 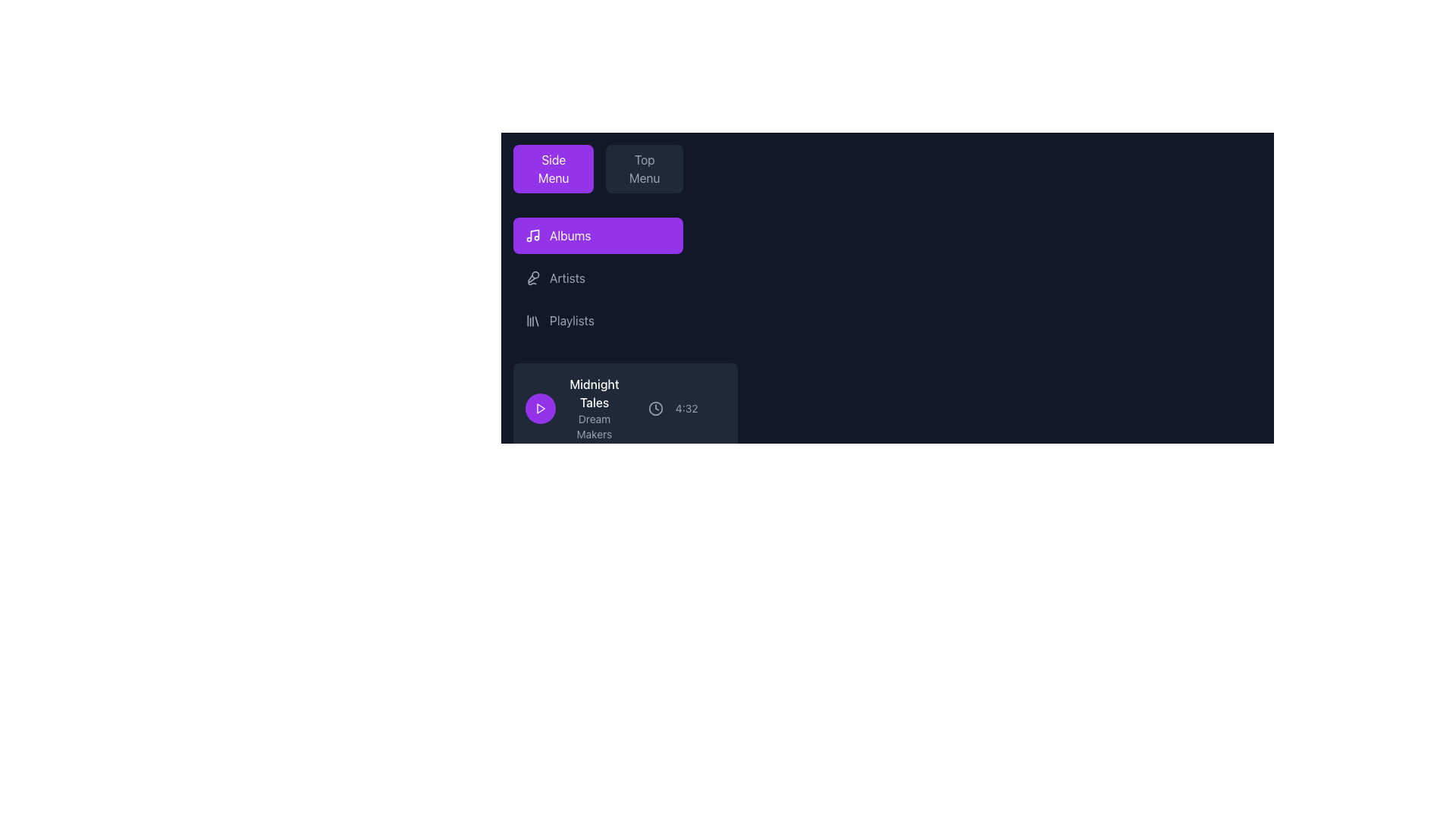 What do you see at coordinates (625, 408) in the screenshot?
I see `the first list item containing the play button for interactive media titled 'Midnight Tales'` at bounding box center [625, 408].